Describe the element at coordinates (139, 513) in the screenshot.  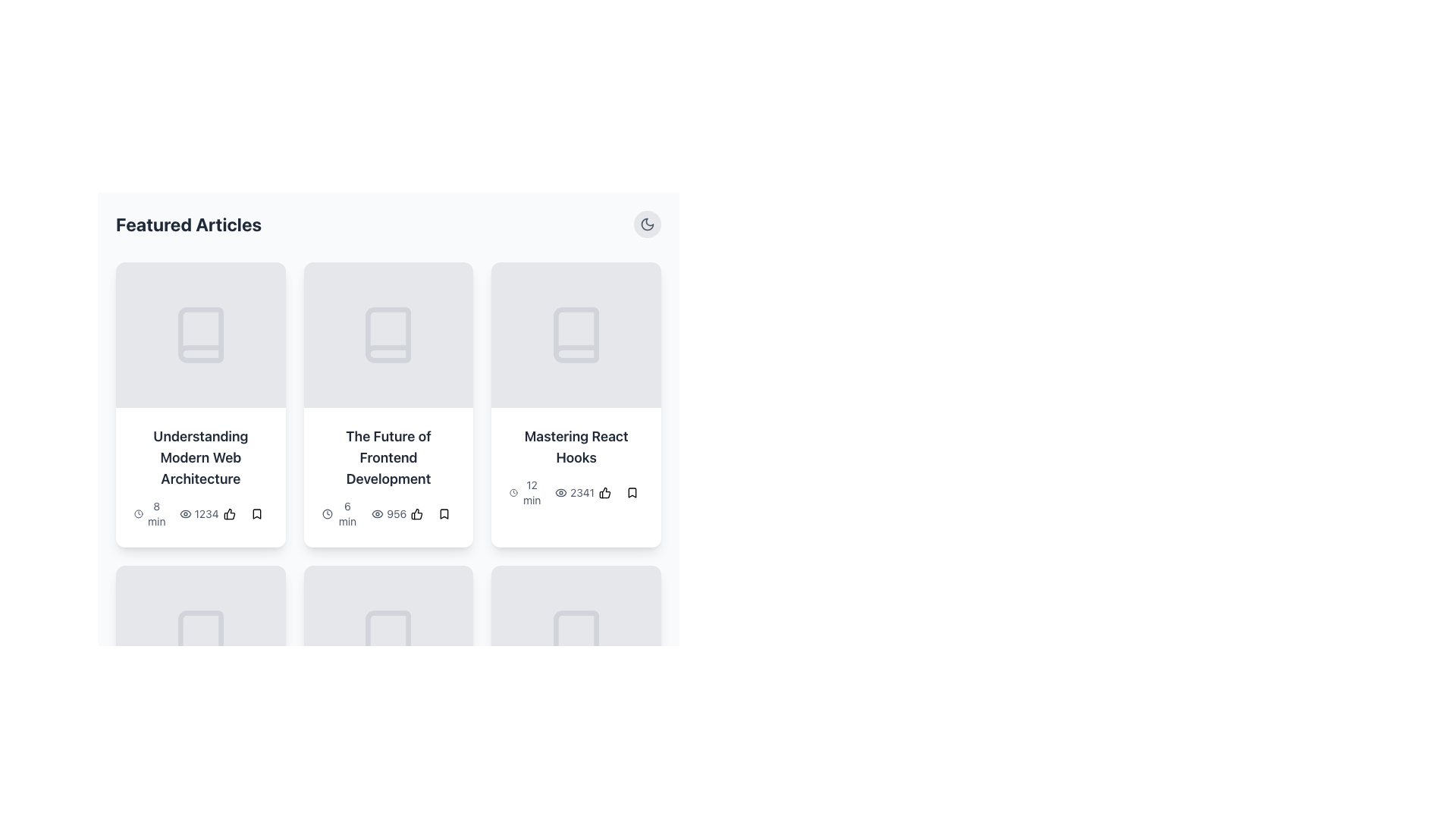
I see `the small clock icon located to the left of the text '8 min' in the lower left section of the card labeled 'Understanding Modern Web Architecture'` at that location.